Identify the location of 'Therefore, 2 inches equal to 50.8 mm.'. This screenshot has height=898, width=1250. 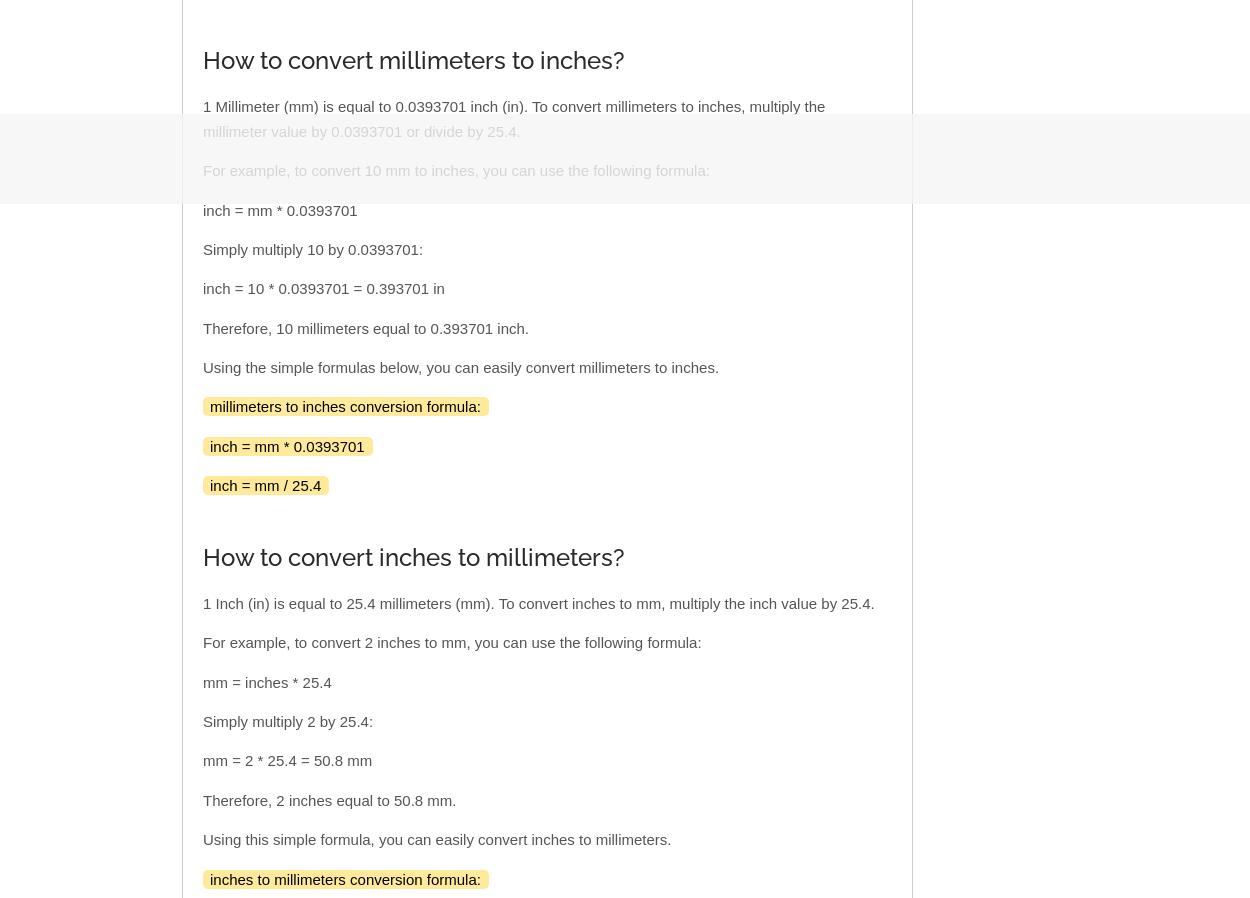
(328, 799).